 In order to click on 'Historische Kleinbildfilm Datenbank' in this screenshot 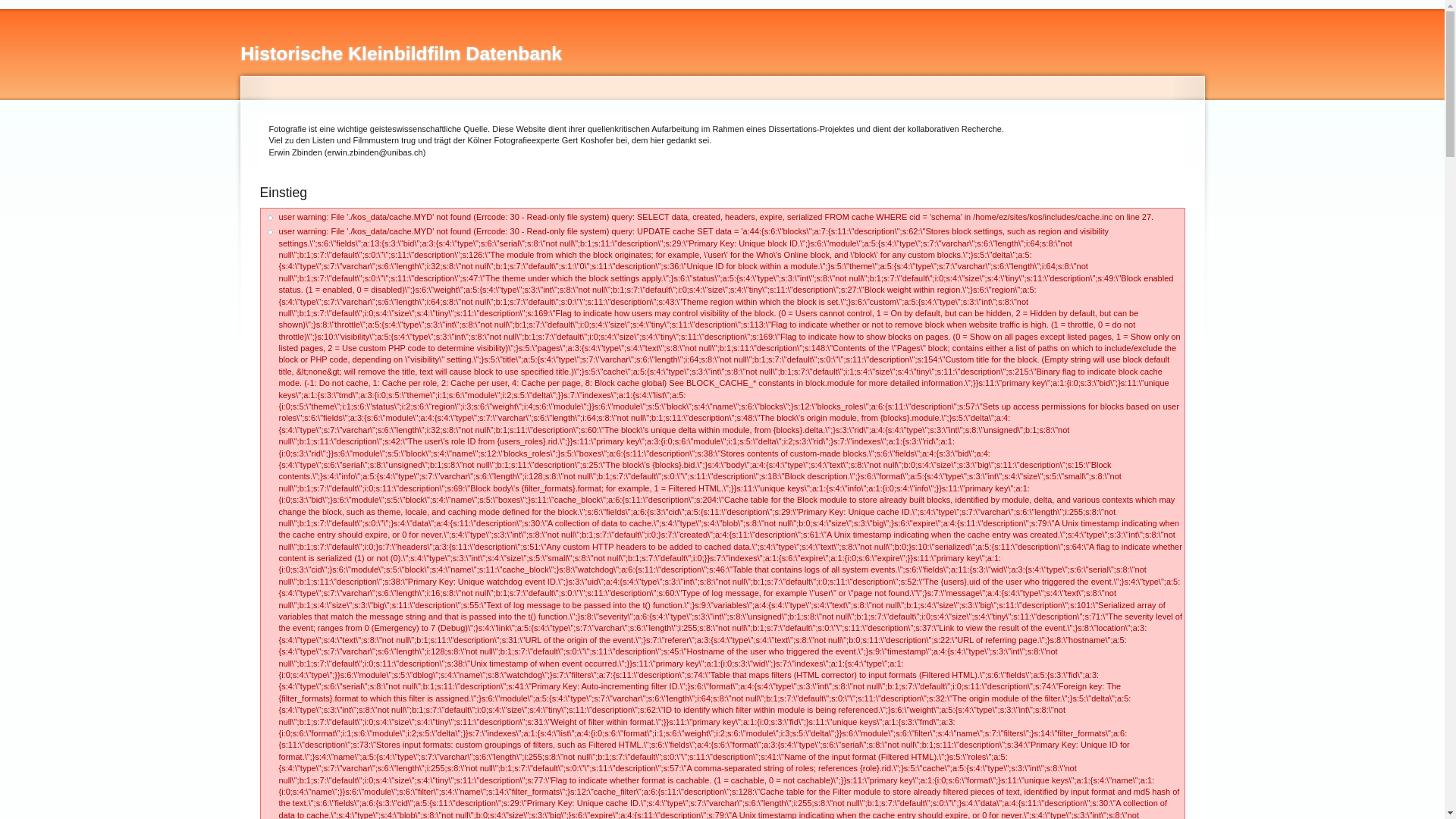, I will do `click(401, 52)`.